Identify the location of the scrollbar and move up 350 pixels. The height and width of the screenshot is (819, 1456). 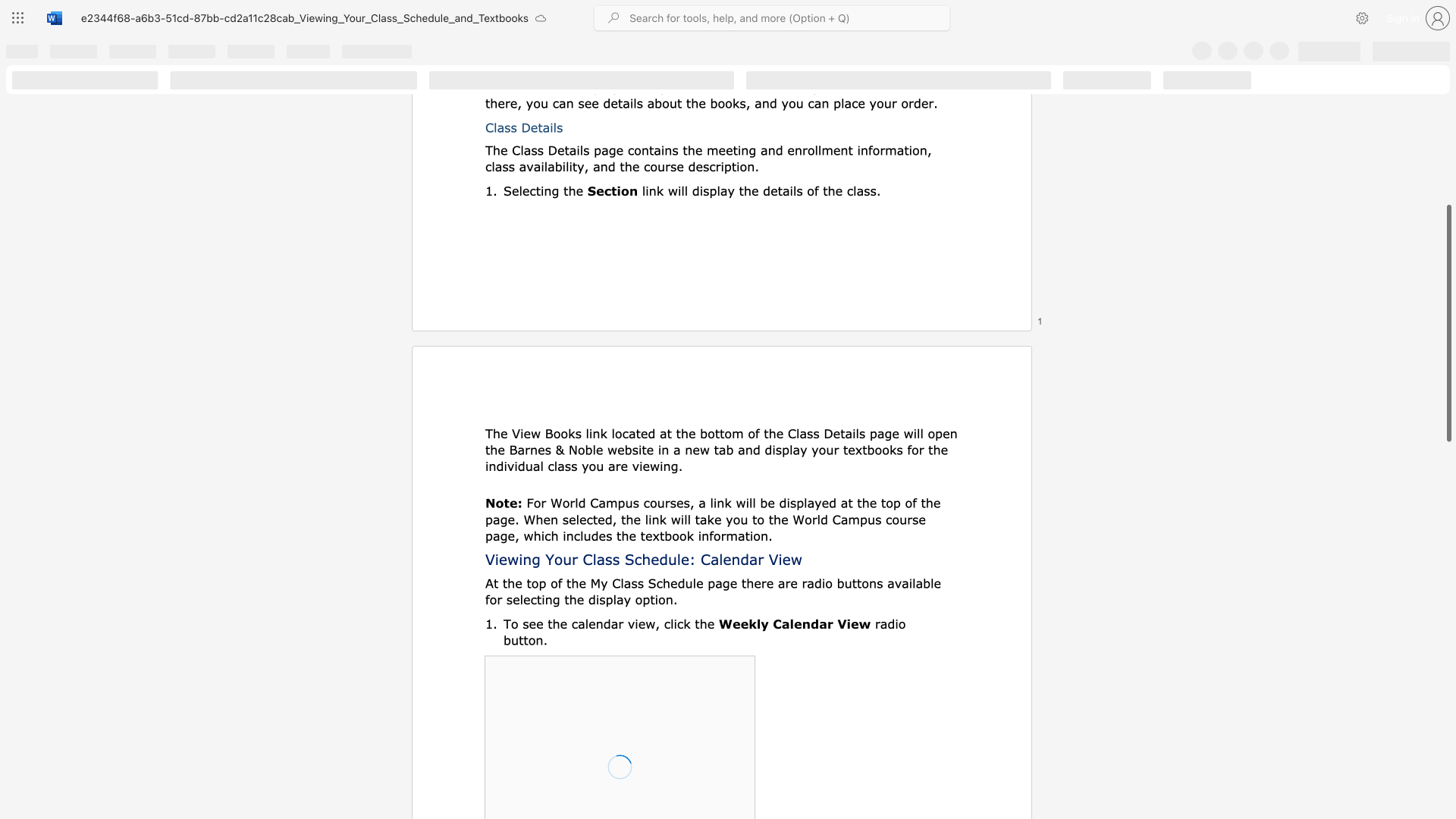
(1448, 322).